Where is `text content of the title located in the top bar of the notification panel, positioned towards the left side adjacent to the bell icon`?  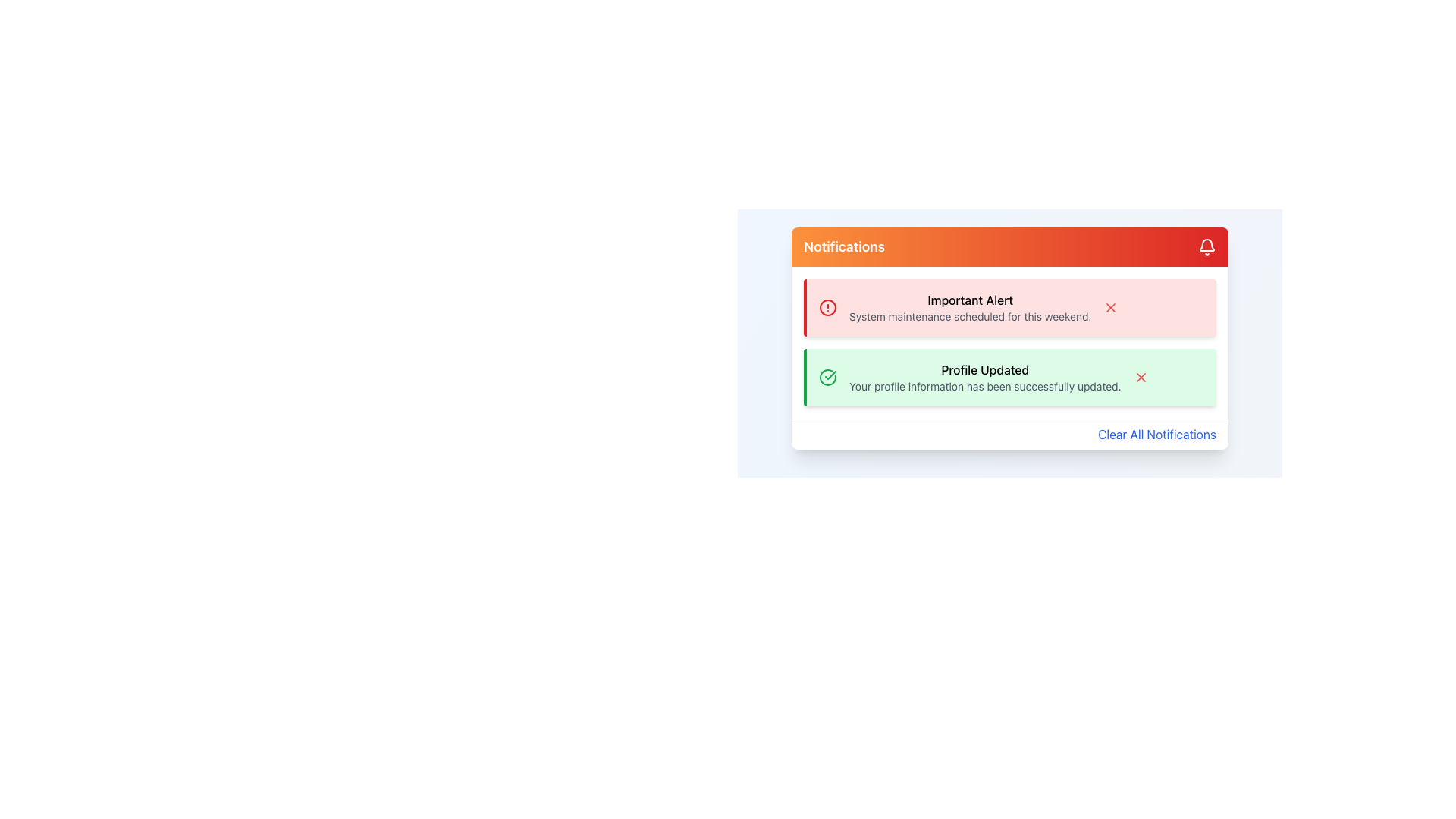
text content of the title located in the top bar of the notification panel, positioned towards the left side adjacent to the bell icon is located at coordinates (843, 246).